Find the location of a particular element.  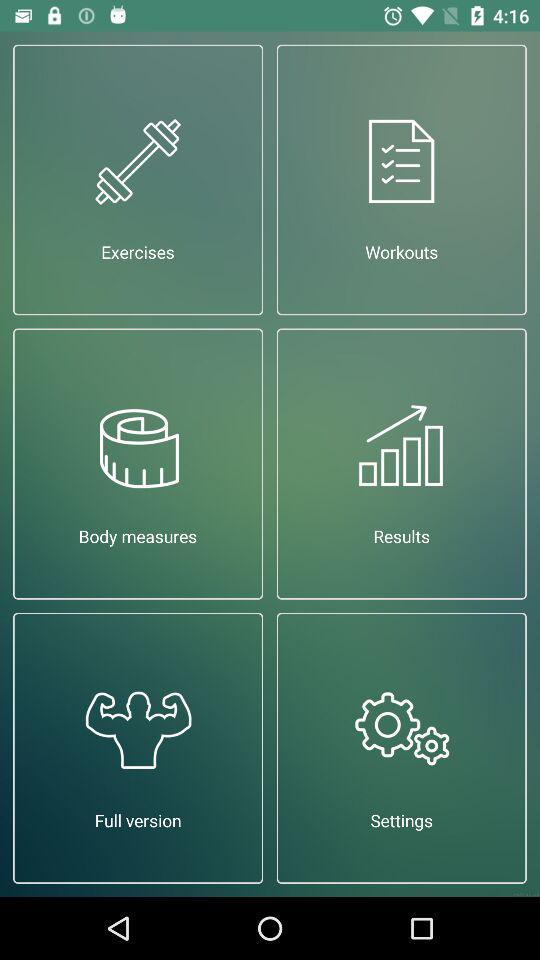

the icon next to exercises is located at coordinates (401, 178).